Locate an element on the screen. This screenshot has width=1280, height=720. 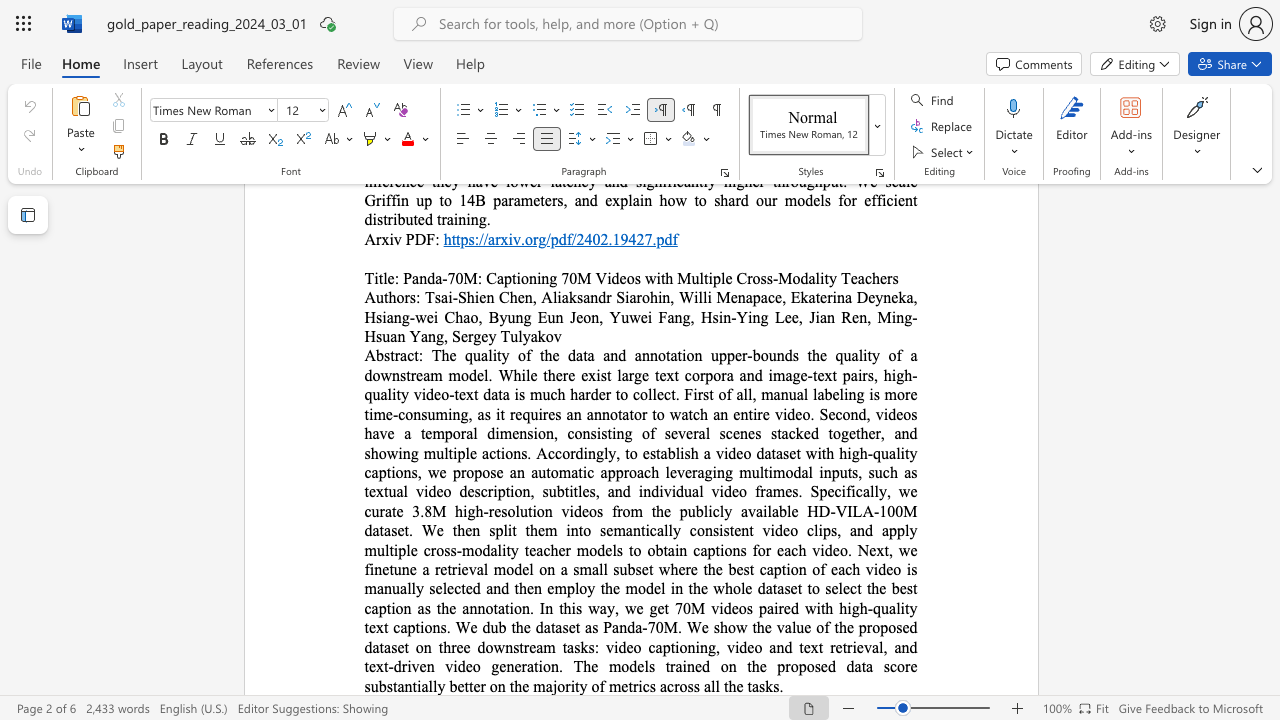
the subset text "taset as Panda-70M. We show the value of the proposed dataset on three downstream tasks: video captioning, video and text retrieval, and text-driven video generation. The models trained on the proposed data score substantially better on the majority of metrics across all the ta" within the text "this way, we get 70M videos paired with high-quality text captions. We dub the dataset as Panda-70M. We show the value of the proposed dataset on three downstream tasks: video captioning, video and text retrieval, and text-driven video generation. The models trained on the proposed data score substantially better on the majority of metrics across all the tasks." is located at coordinates (550, 626).